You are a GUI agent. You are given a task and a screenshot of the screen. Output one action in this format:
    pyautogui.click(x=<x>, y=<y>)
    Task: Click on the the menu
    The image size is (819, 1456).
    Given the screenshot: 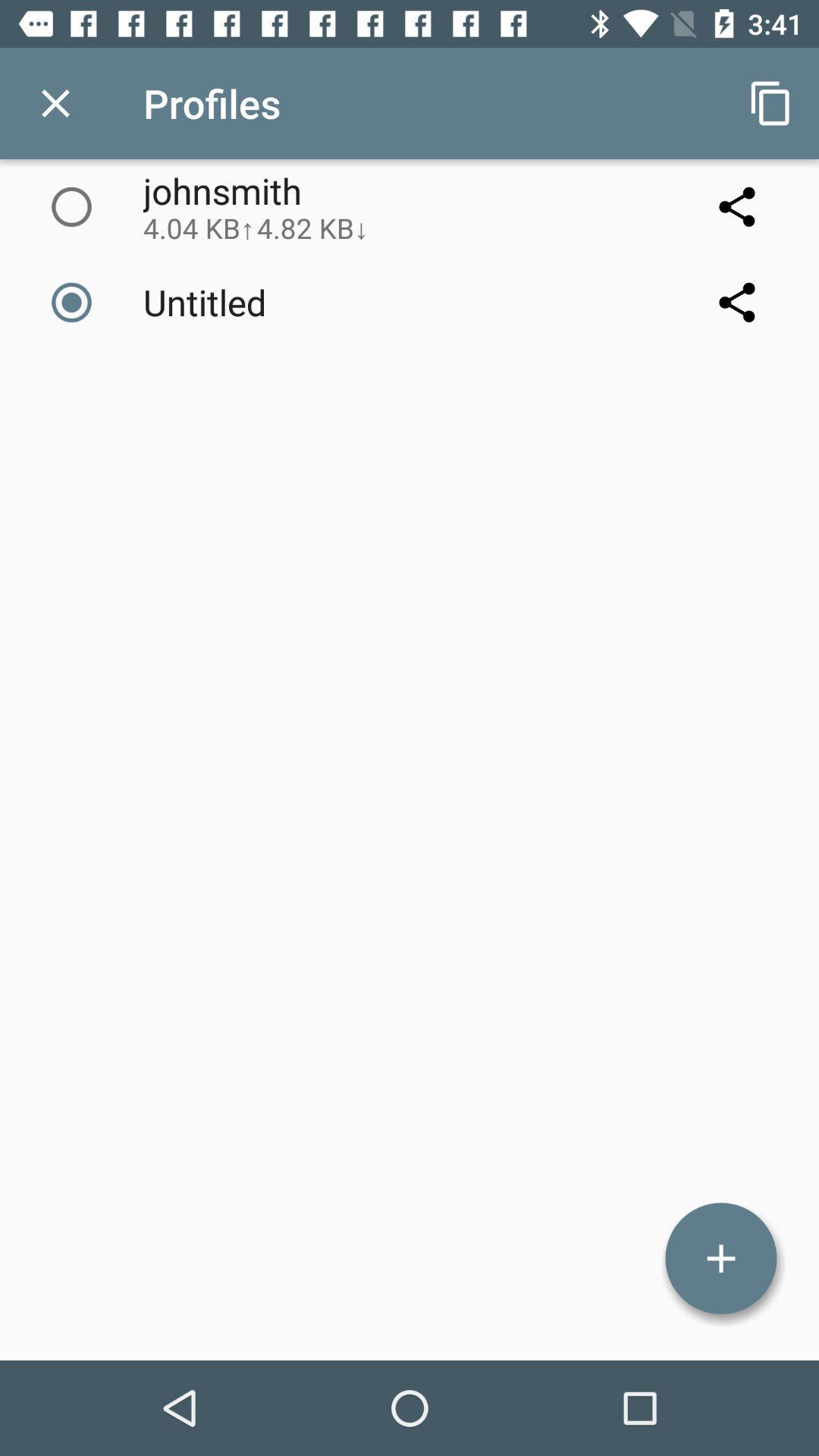 What is the action you would take?
    pyautogui.click(x=55, y=102)
    